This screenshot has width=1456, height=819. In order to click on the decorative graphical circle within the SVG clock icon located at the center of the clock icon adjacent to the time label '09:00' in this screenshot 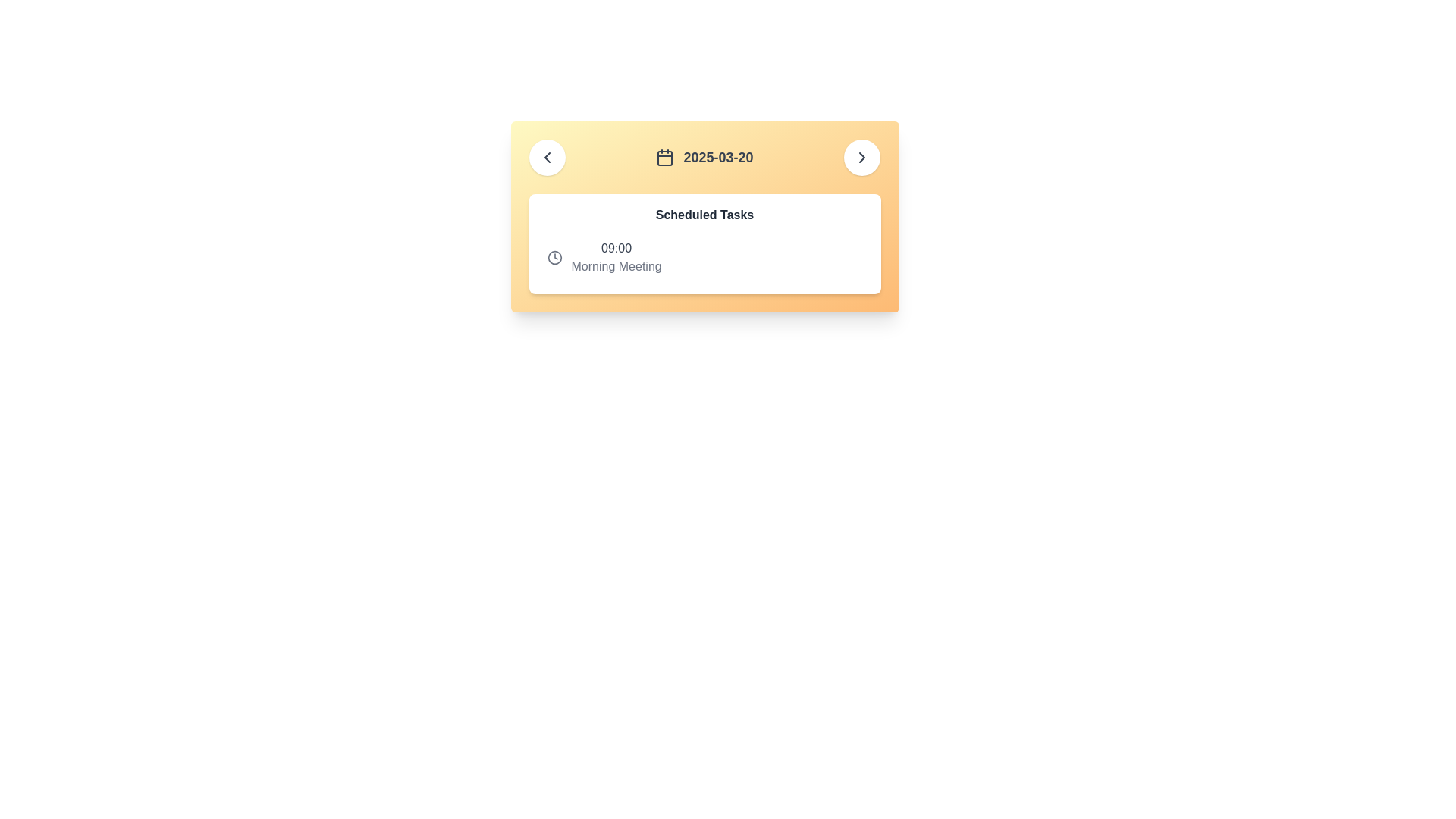, I will do `click(554, 256)`.